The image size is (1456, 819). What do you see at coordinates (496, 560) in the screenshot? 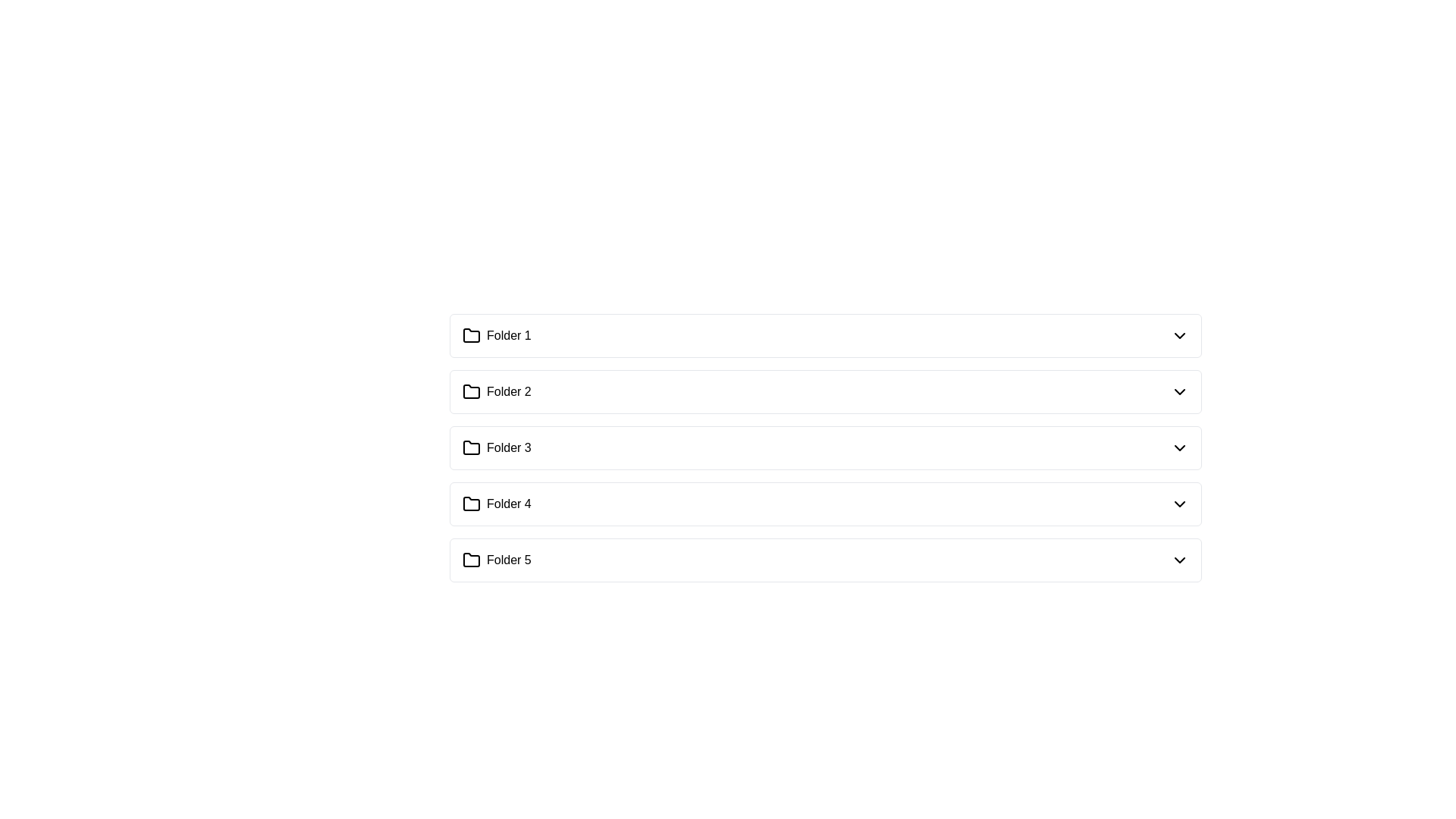
I see `the label with the text 'Folder 5' which is represented by a folder icon and is located` at bounding box center [496, 560].